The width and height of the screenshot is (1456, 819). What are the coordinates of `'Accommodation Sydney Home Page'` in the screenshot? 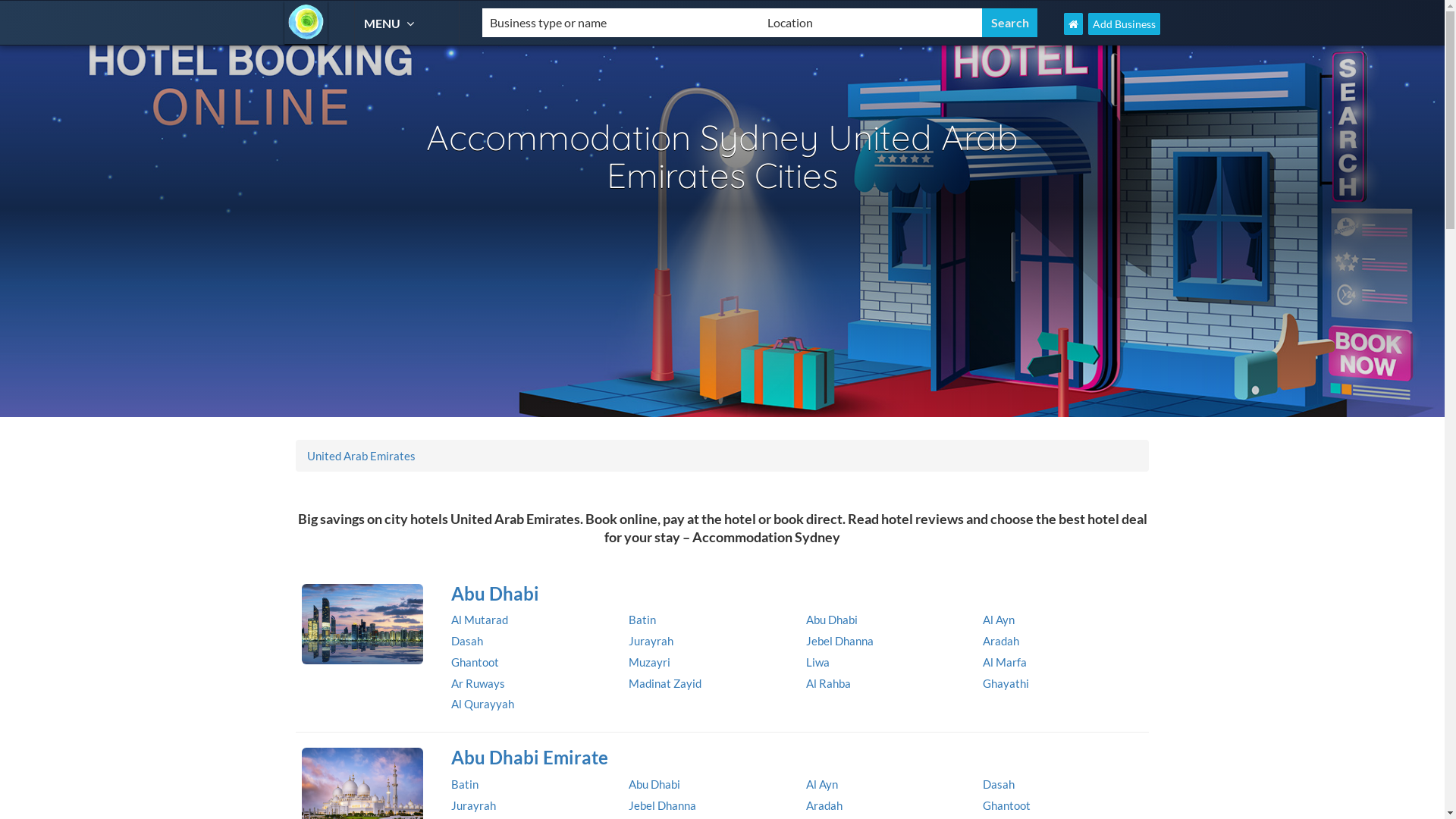 It's located at (1072, 24).